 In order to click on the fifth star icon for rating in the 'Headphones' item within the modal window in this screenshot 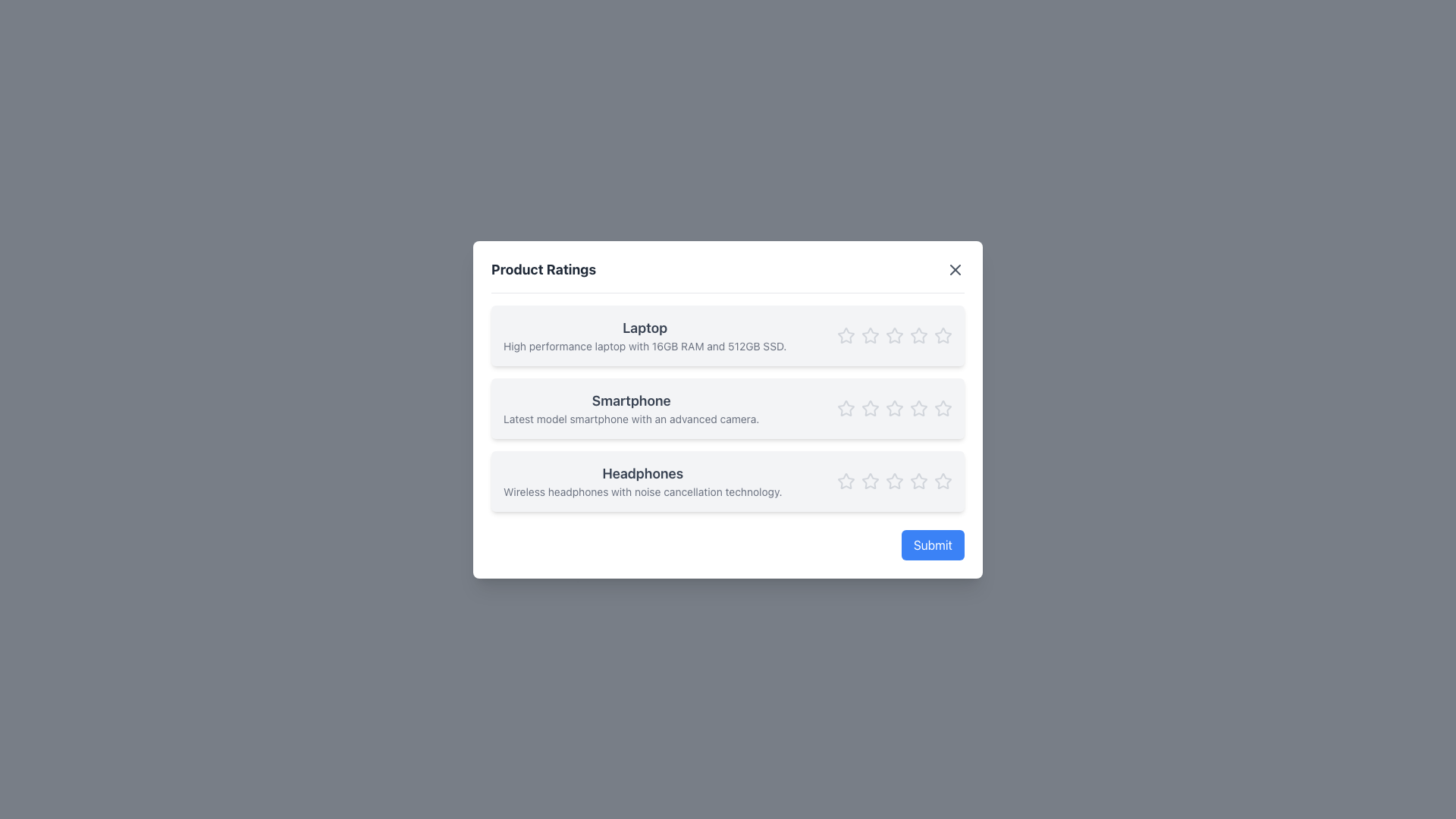, I will do `click(895, 480)`.